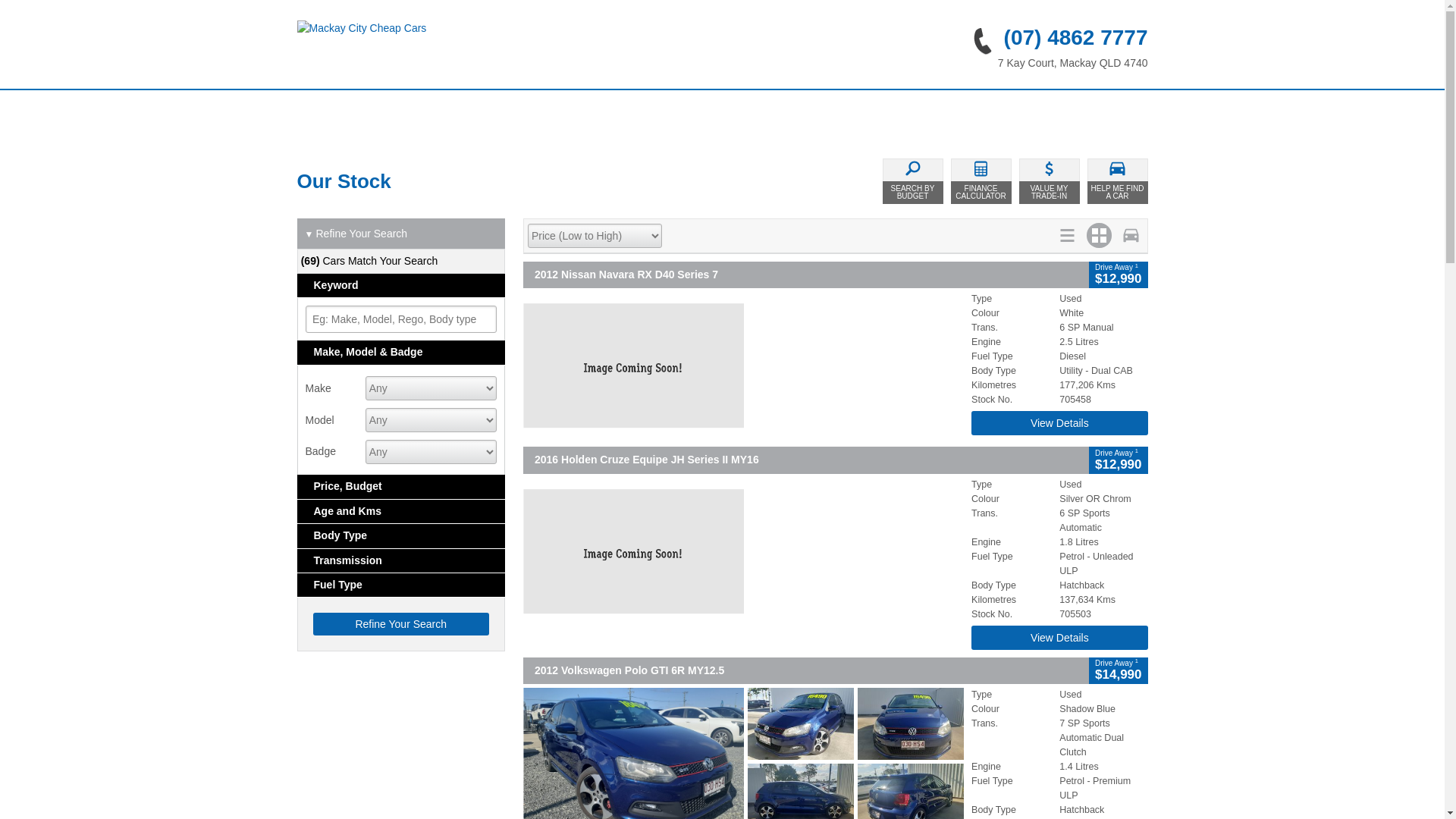 This screenshot has height=819, width=1456. Describe the element at coordinates (912, 180) in the screenshot. I see `'SEARCH BY BUDGET'` at that location.